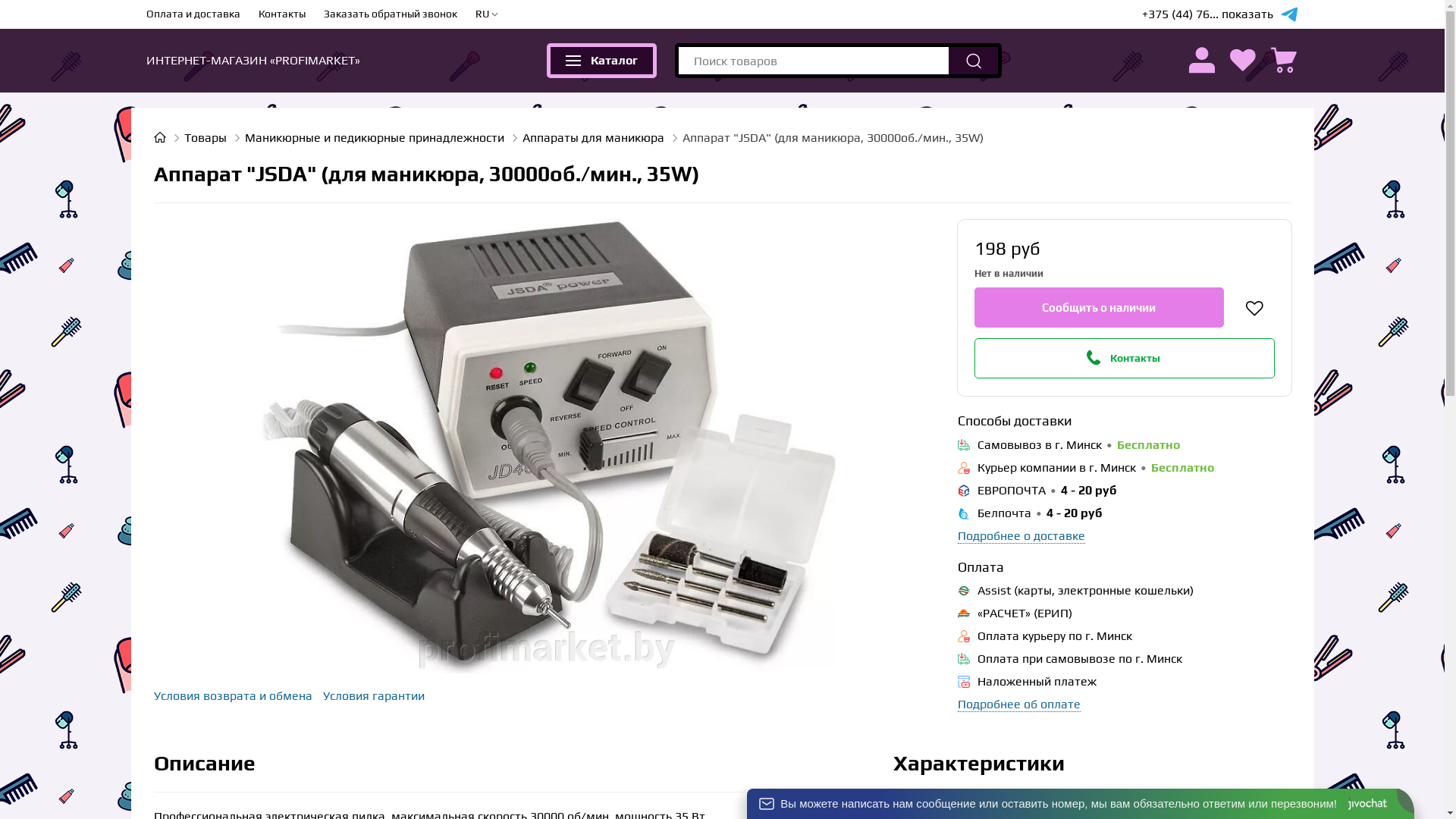 The image size is (1456, 819). What do you see at coordinates (486, 14) in the screenshot?
I see `'RU'` at bounding box center [486, 14].